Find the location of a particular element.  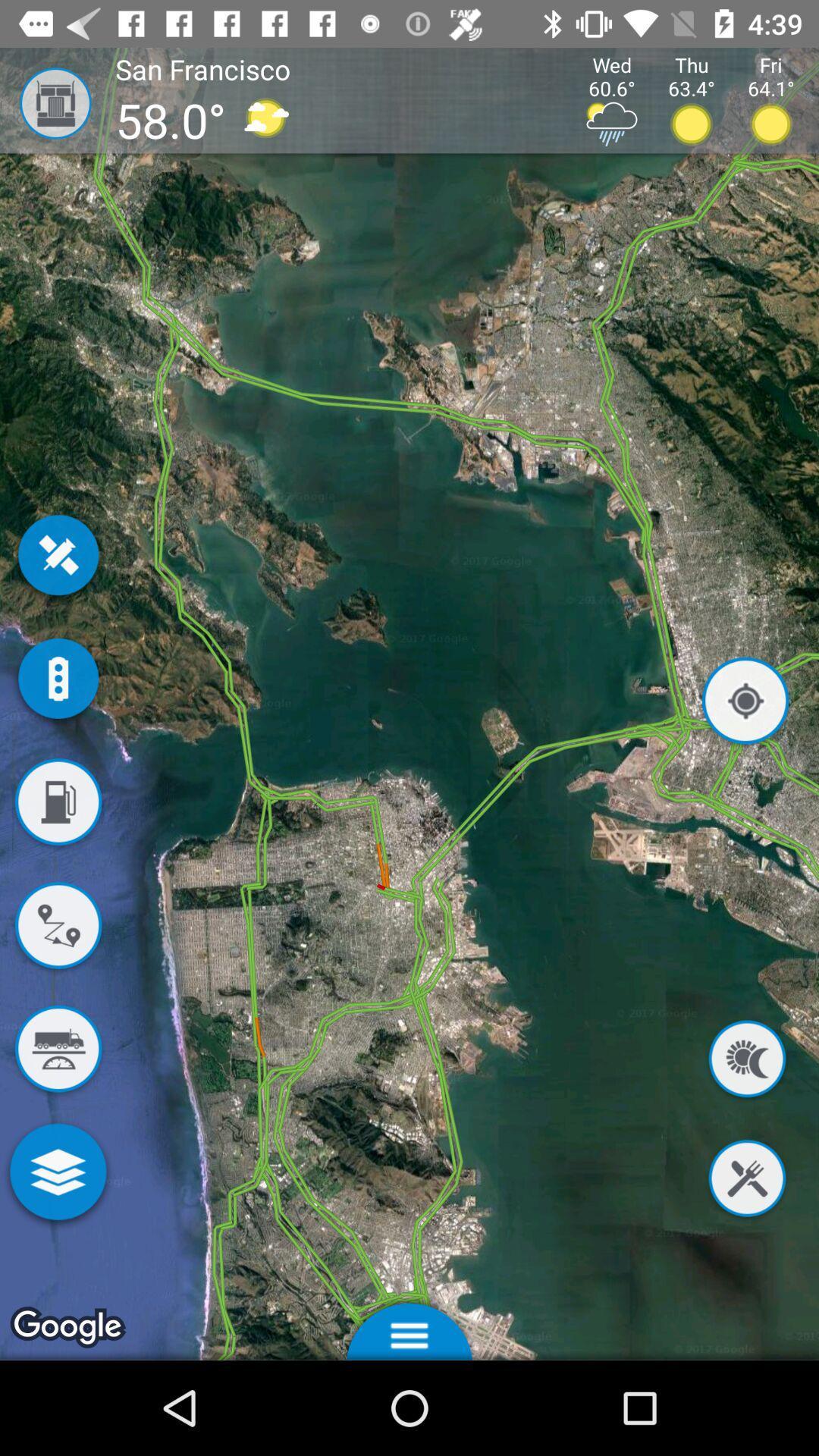

more map features is located at coordinates (57, 1174).